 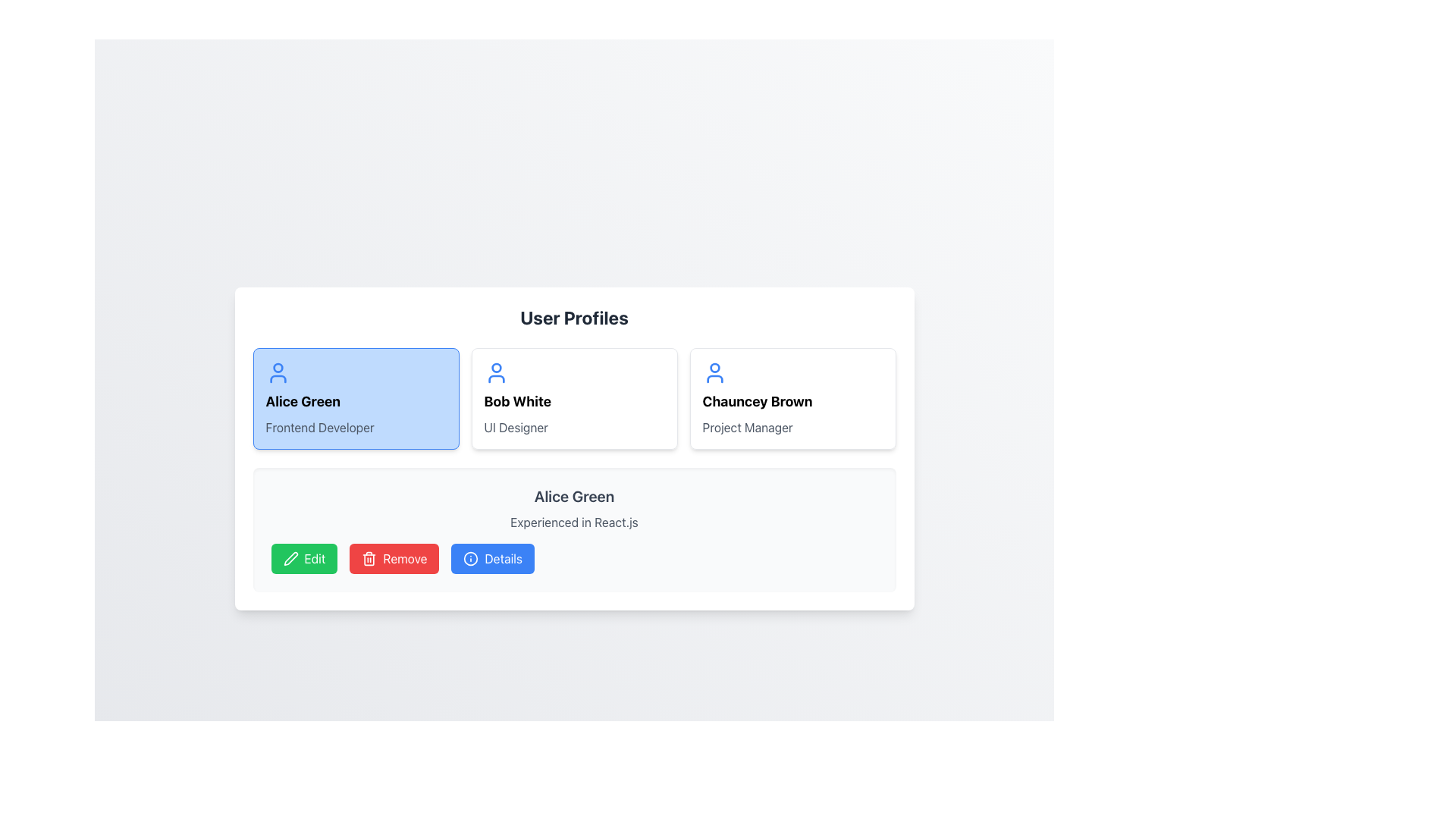 I want to click on the first user profile card, which includes the user's name and professional title, so click(x=355, y=397).